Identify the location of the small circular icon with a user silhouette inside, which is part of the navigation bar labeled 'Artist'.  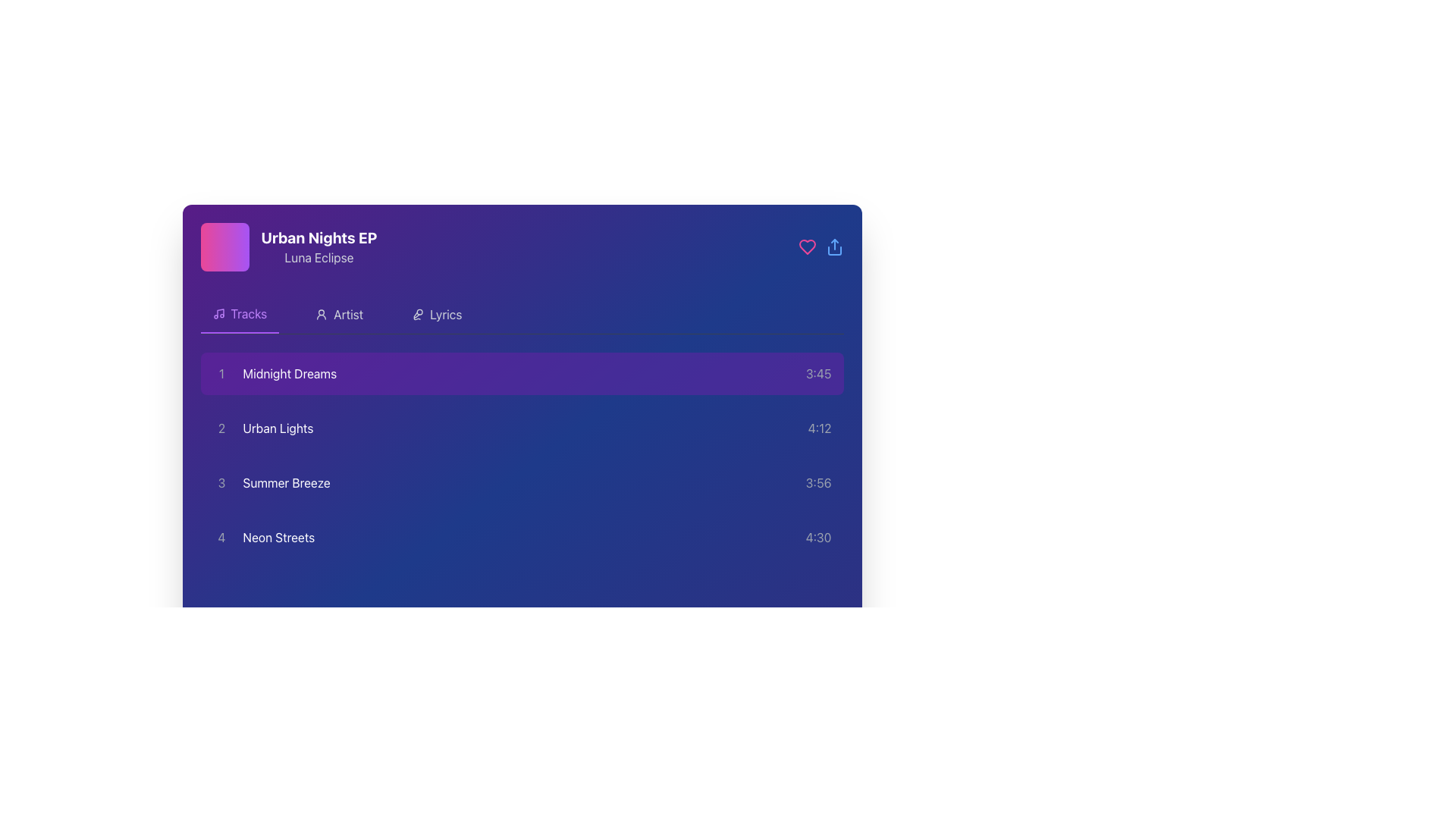
(321, 314).